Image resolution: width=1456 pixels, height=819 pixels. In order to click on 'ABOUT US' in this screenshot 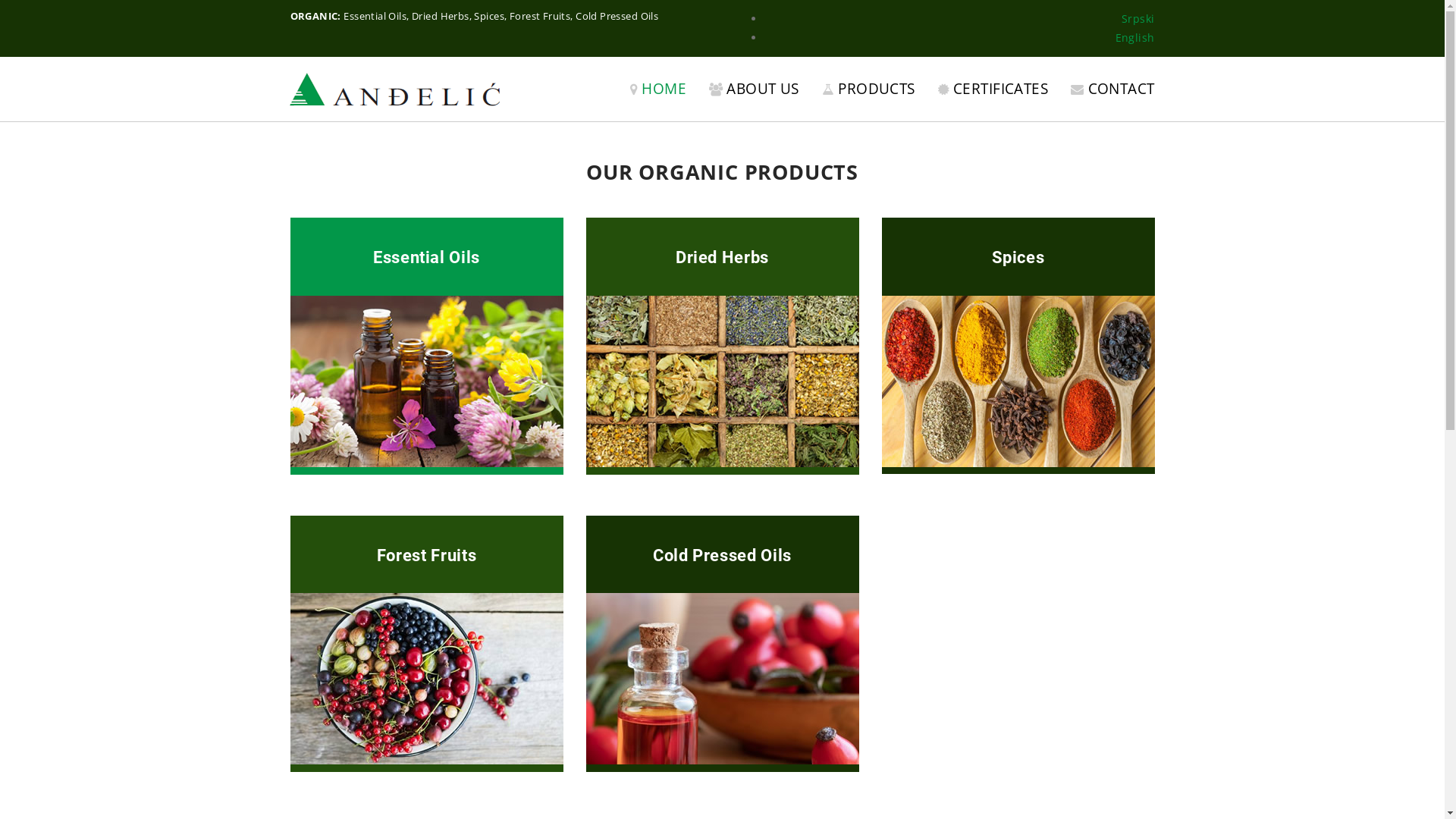, I will do `click(754, 89)`.